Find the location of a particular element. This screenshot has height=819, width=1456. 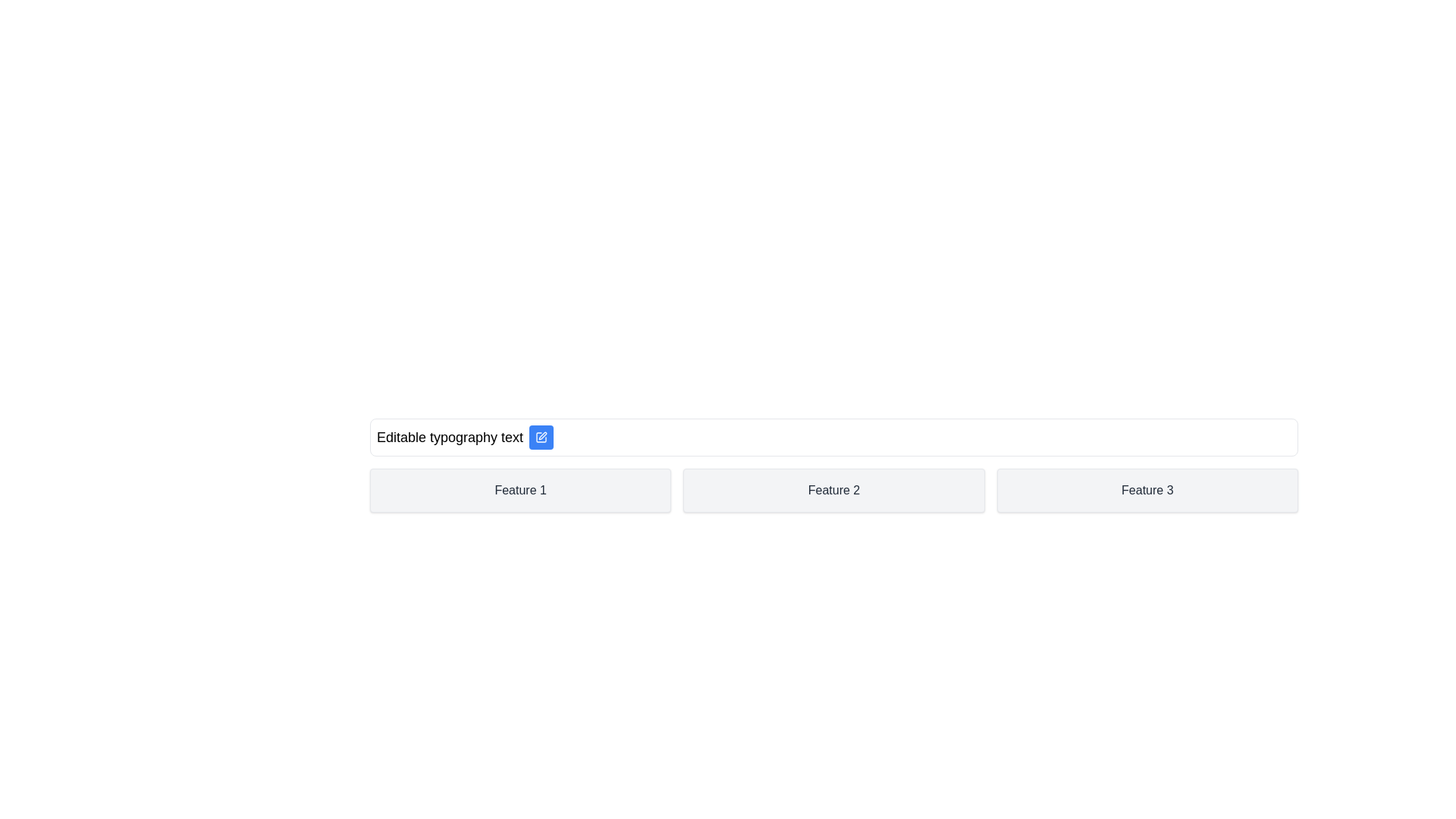

the button that initiates the edit action, located to the right of the 'Editable typography text' label, to observe a color change is located at coordinates (541, 438).